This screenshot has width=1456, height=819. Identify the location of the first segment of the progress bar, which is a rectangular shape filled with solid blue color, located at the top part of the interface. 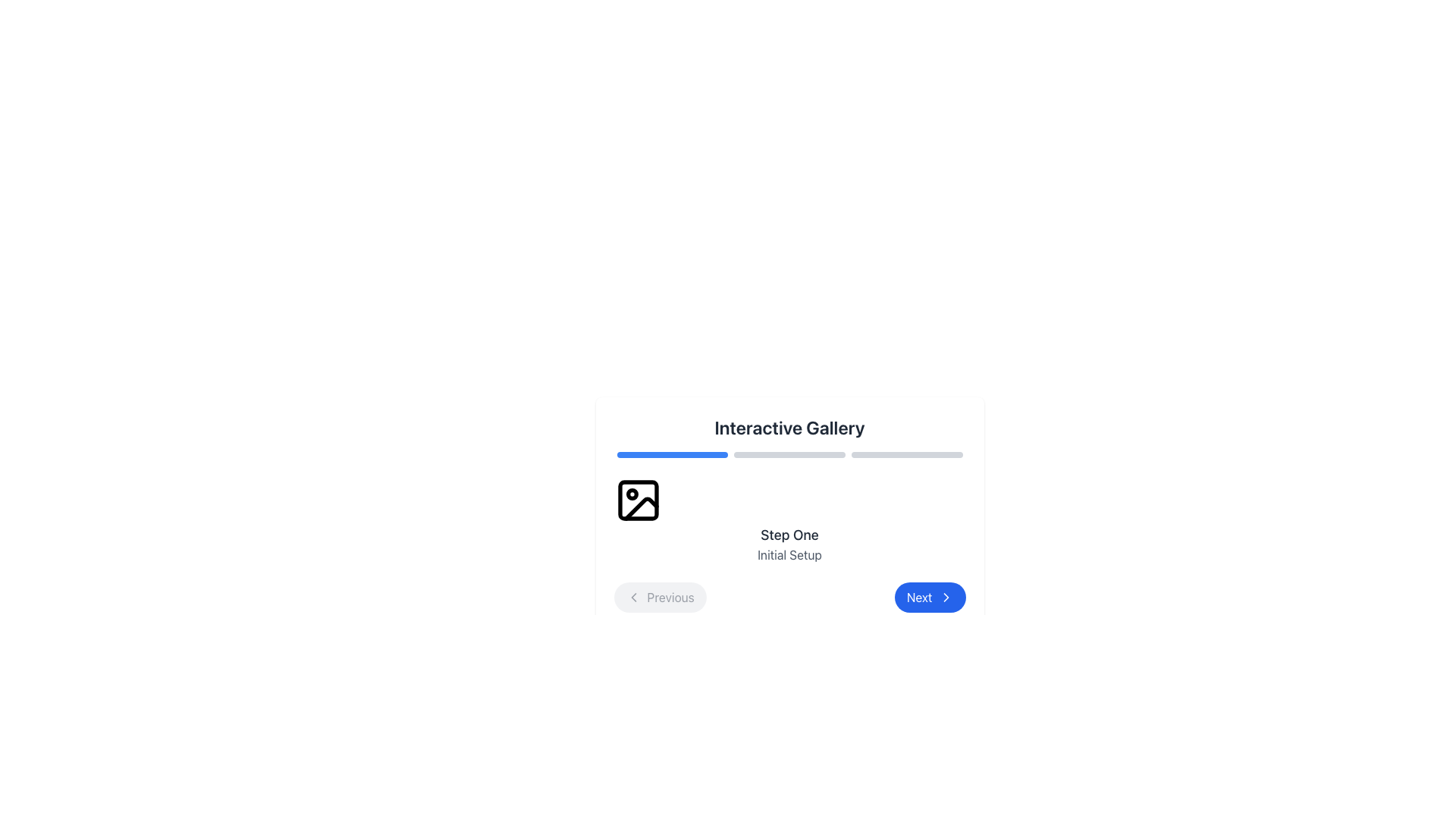
(671, 454).